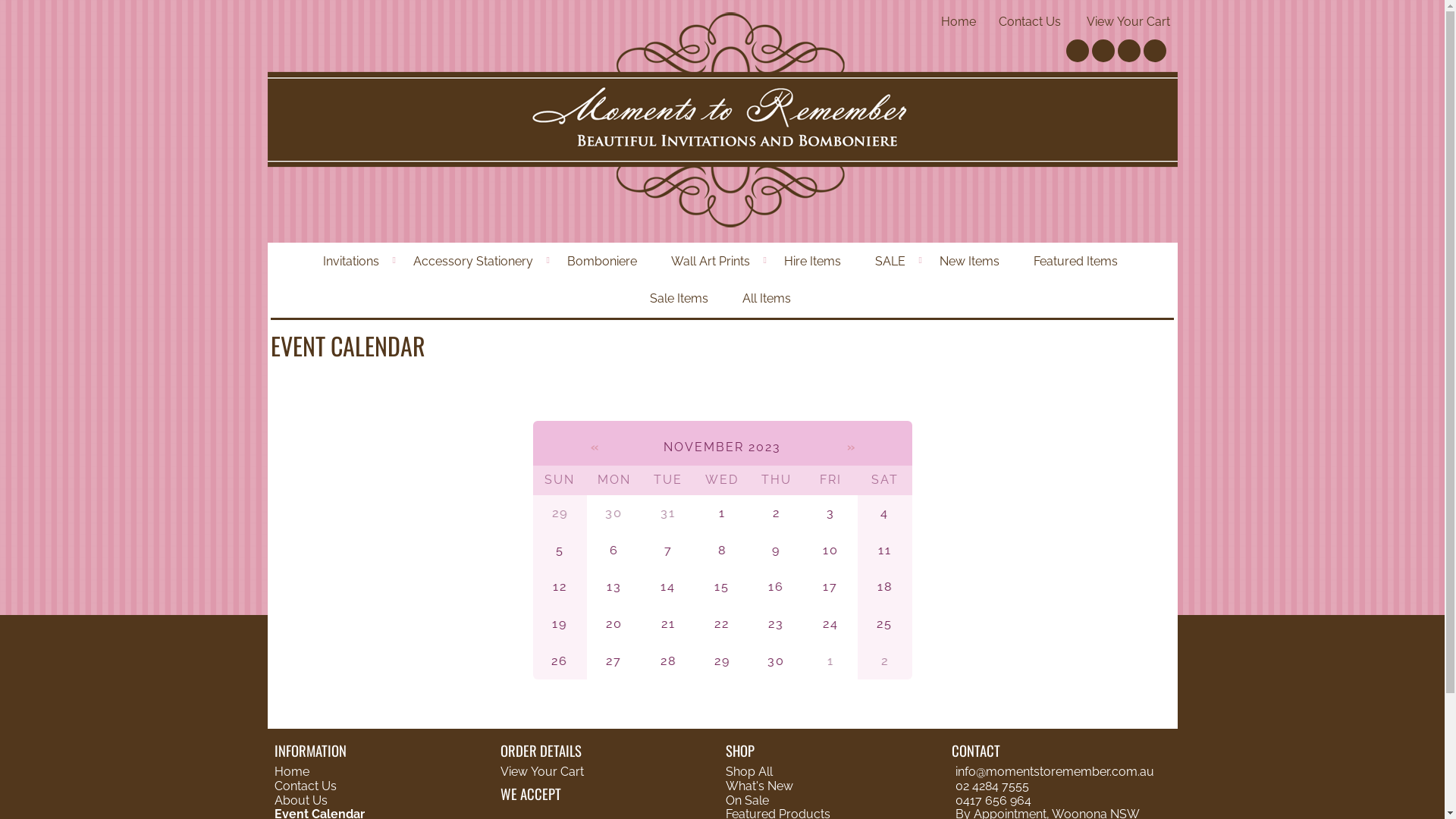 The height and width of the screenshot is (819, 1456). What do you see at coordinates (352, 261) in the screenshot?
I see `'Invitations'` at bounding box center [352, 261].